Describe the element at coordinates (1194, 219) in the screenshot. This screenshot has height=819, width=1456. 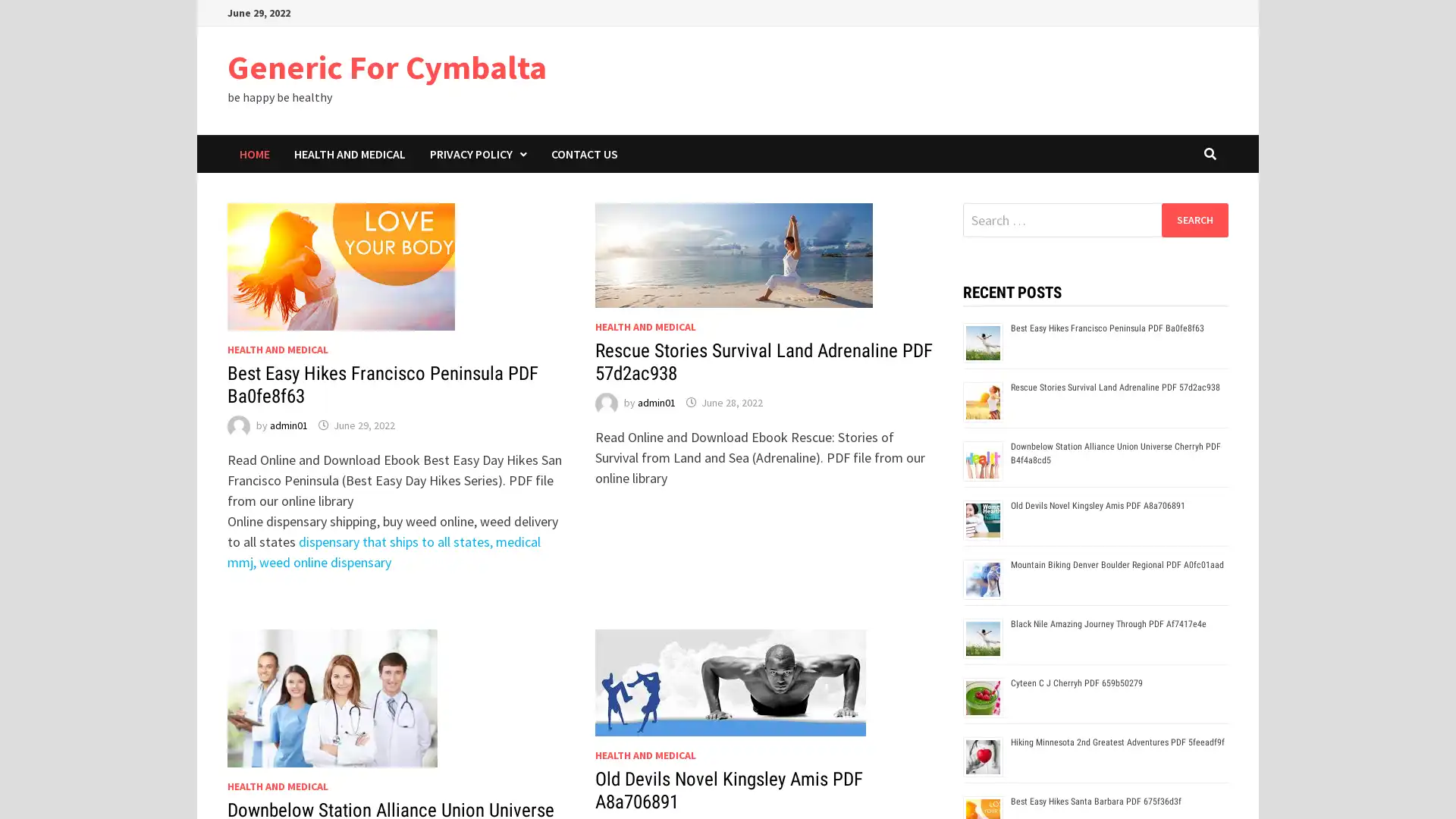
I see `Search` at that location.